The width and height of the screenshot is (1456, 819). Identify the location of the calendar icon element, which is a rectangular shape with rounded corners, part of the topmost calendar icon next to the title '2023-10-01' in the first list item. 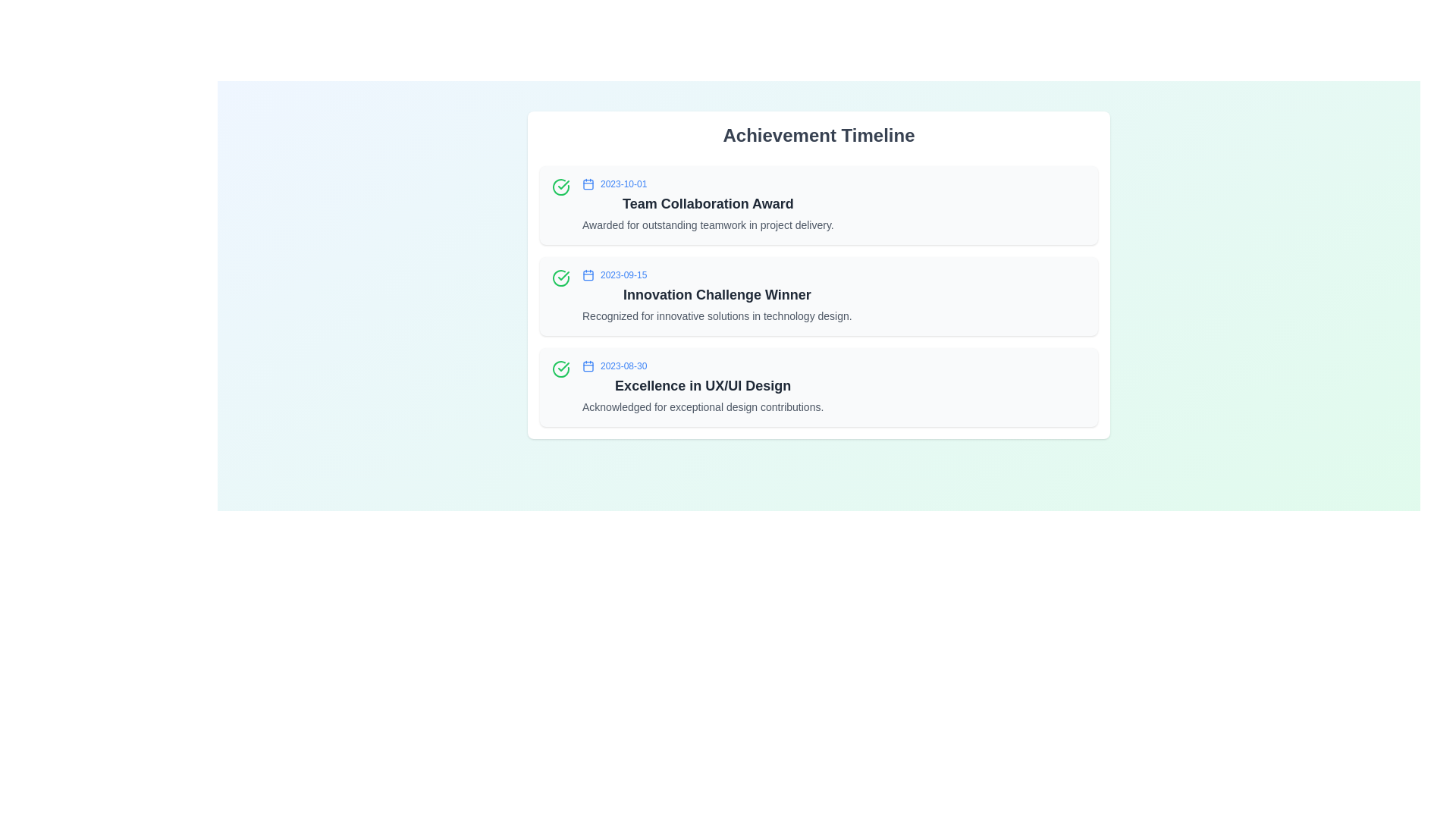
(588, 184).